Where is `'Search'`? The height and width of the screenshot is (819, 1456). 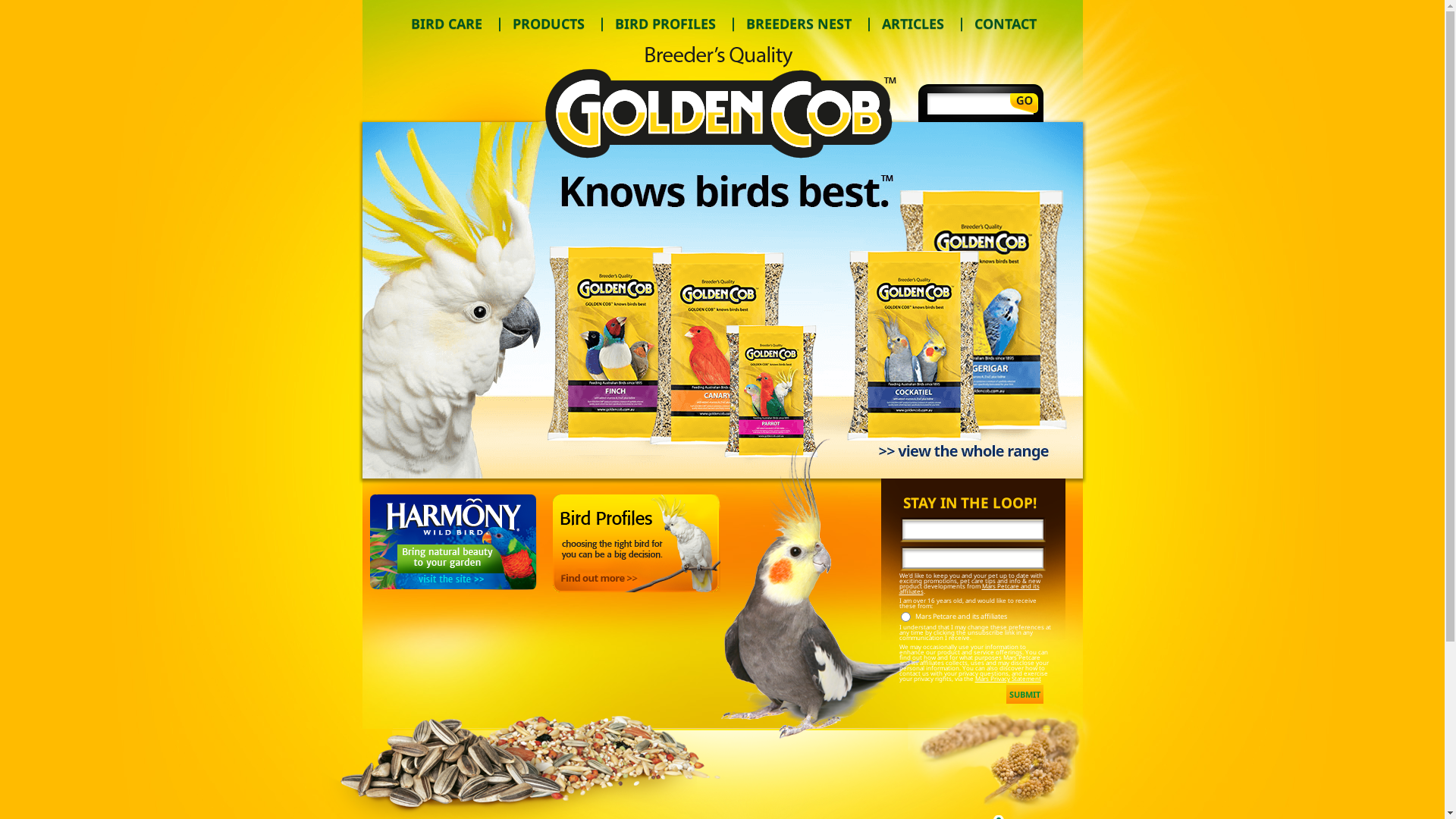 'Search' is located at coordinates (927, 103).